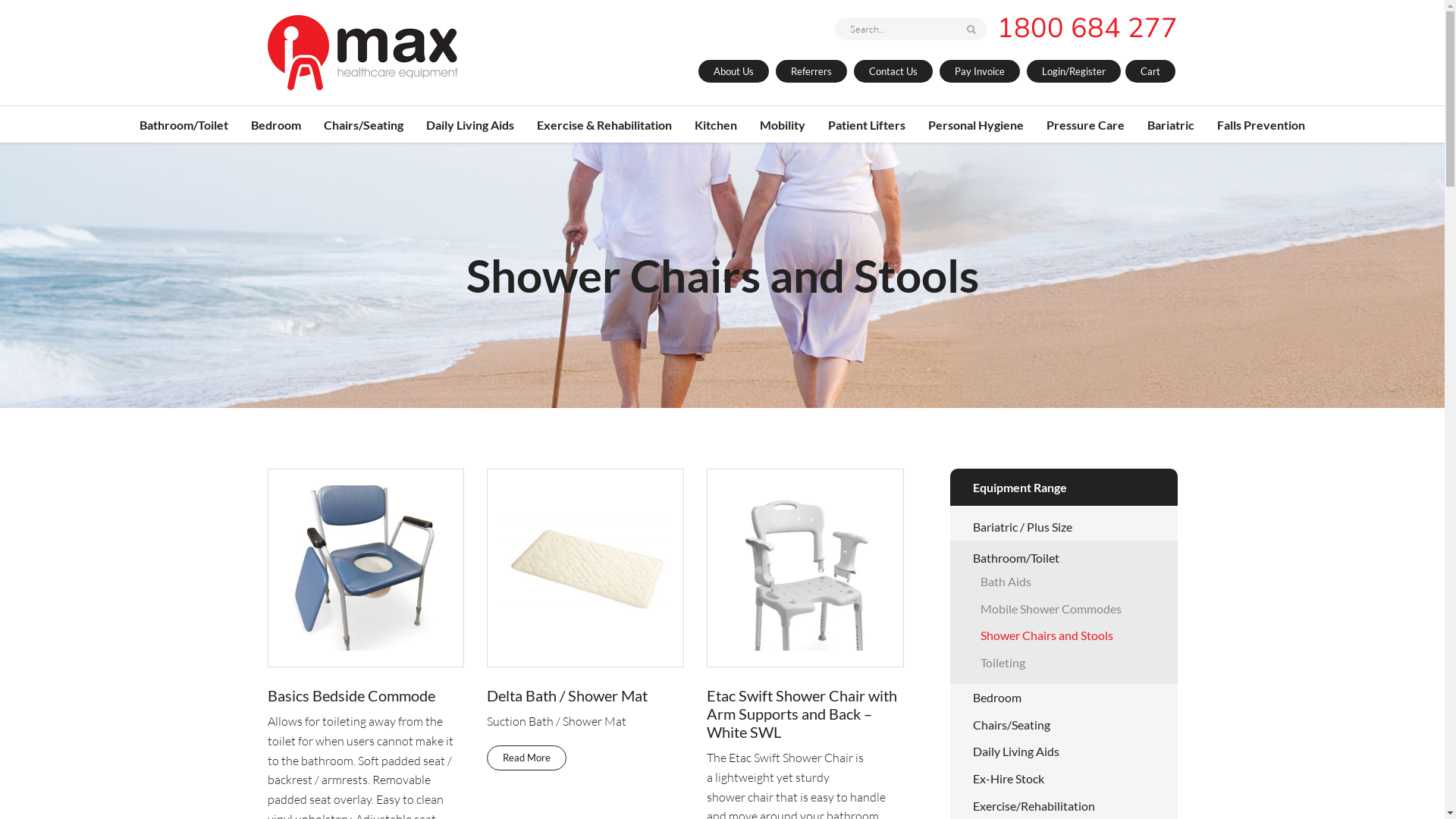 The height and width of the screenshot is (819, 1456). I want to click on 'Cart', so click(1150, 71).